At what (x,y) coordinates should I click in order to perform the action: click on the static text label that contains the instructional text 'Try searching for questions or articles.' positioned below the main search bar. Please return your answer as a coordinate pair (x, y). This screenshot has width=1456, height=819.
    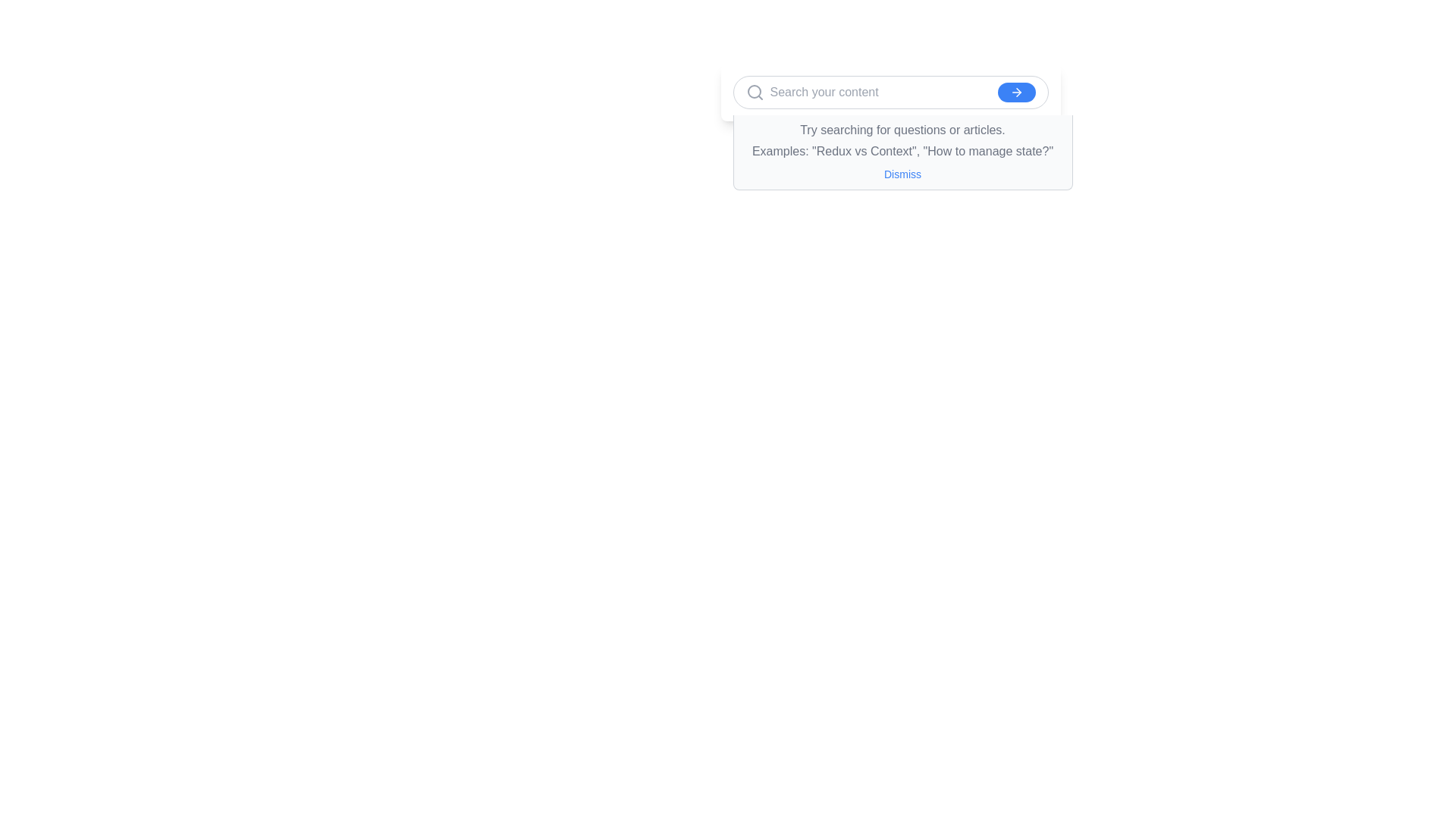
    Looking at the image, I should click on (902, 130).